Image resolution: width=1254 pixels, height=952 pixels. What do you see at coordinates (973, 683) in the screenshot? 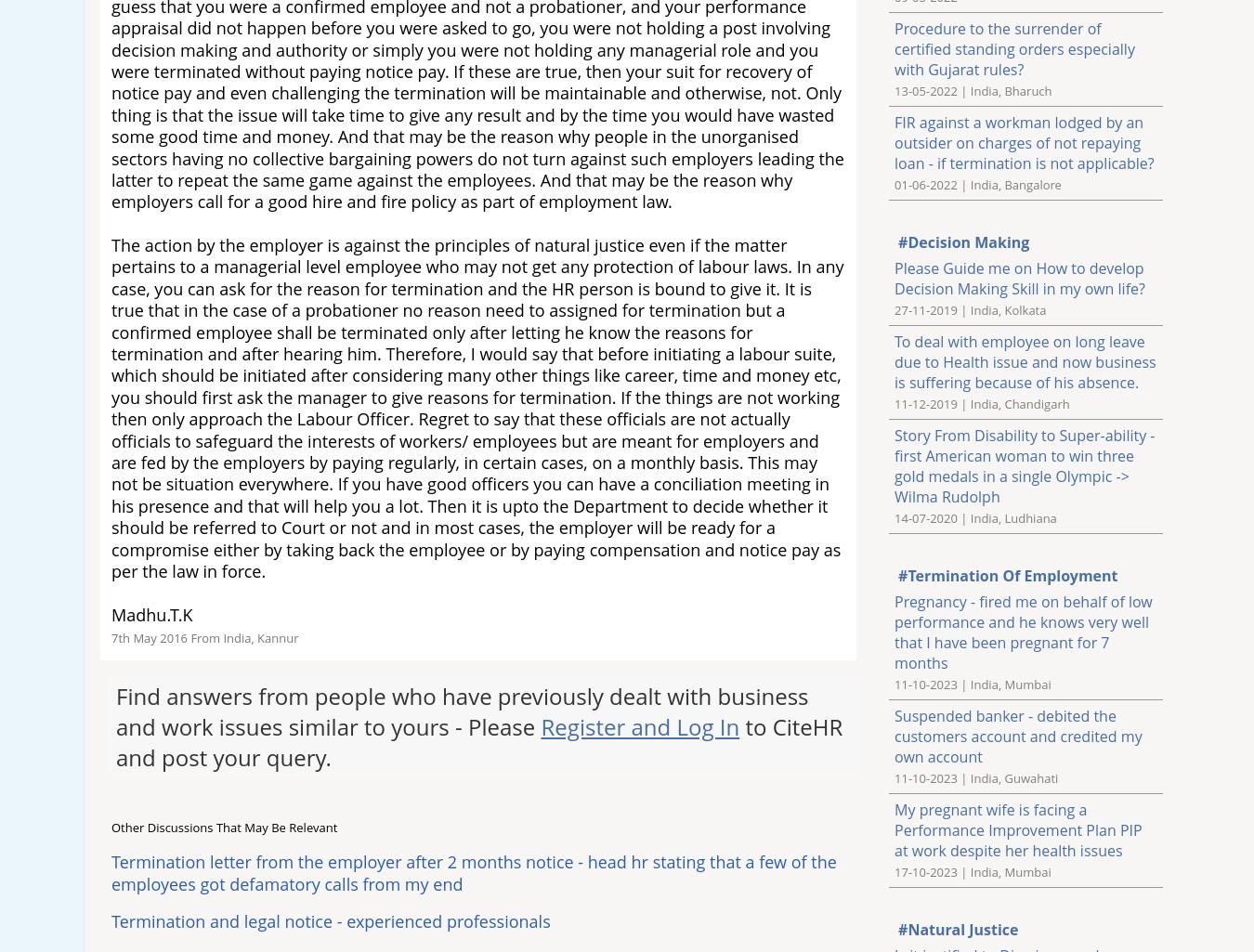
I see `'11-10-2023 | India, Mumbai'` at bounding box center [973, 683].